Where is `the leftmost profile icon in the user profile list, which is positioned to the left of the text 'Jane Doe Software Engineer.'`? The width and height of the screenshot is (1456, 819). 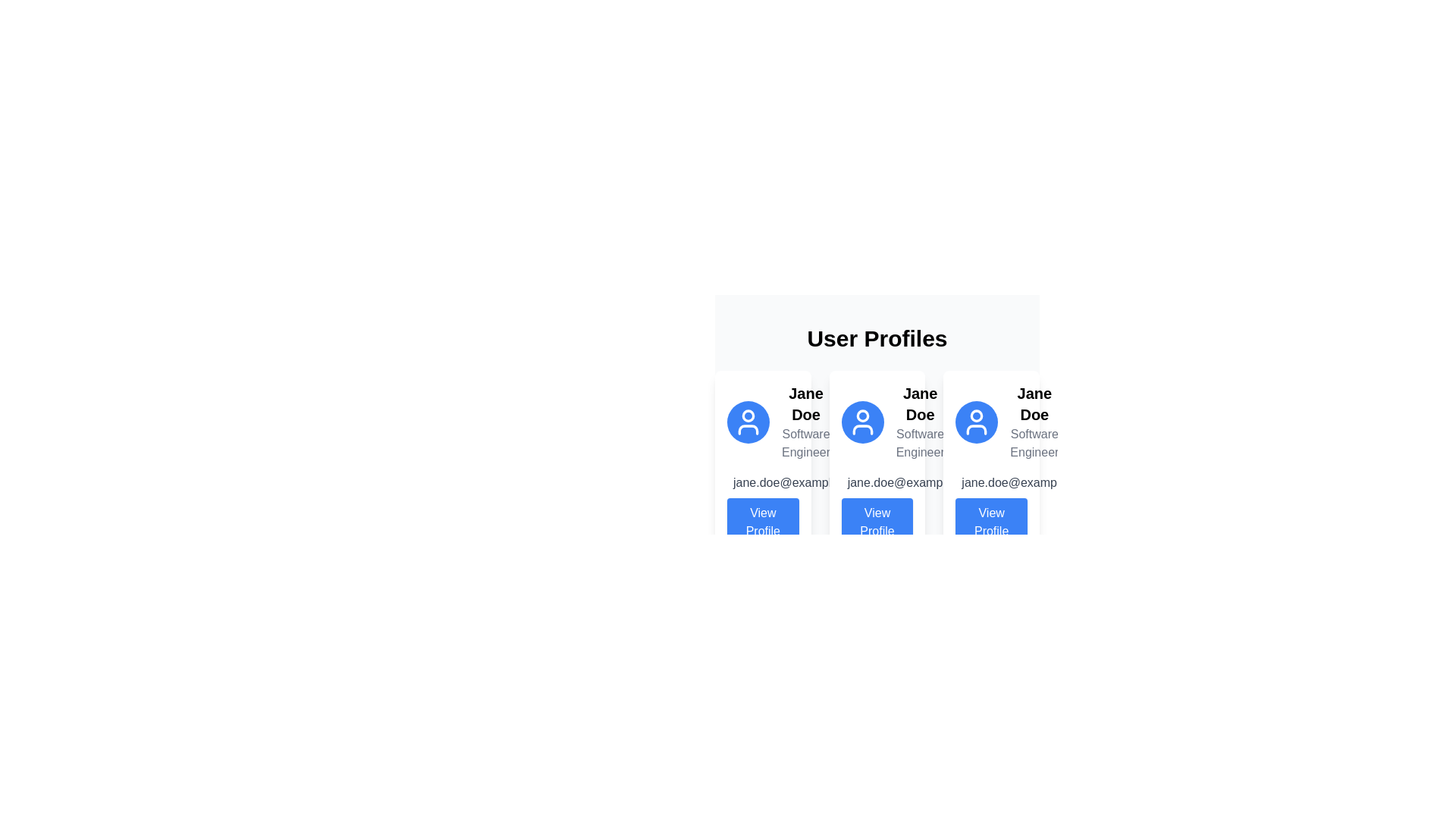
the leftmost profile icon in the user profile list, which is positioned to the left of the text 'Jane Doe Software Engineer.' is located at coordinates (748, 422).